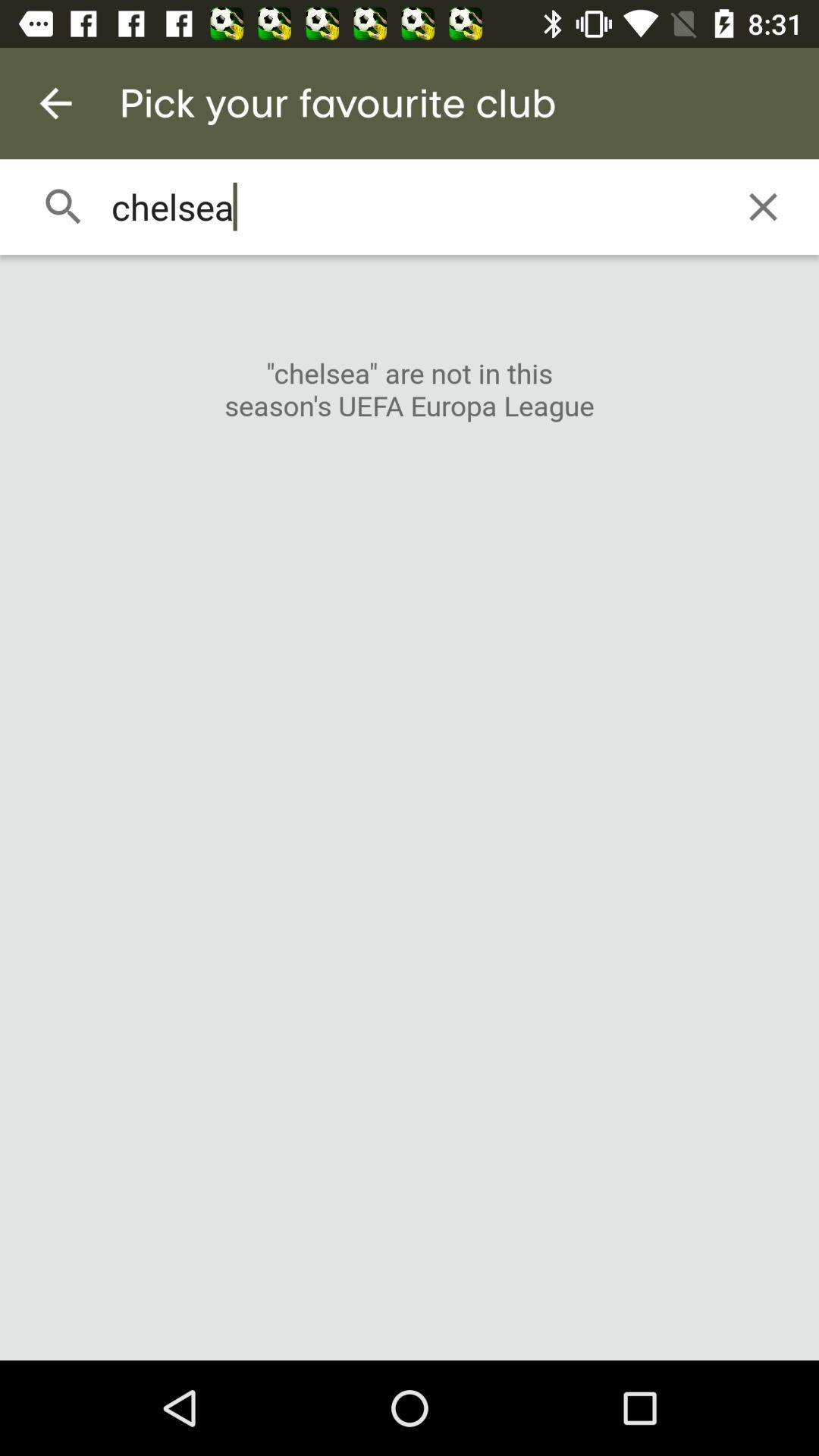  What do you see at coordinates (763, 206) in the screenshot?
I see `icon to the right of chelsea` at bounding box center [763, 206].